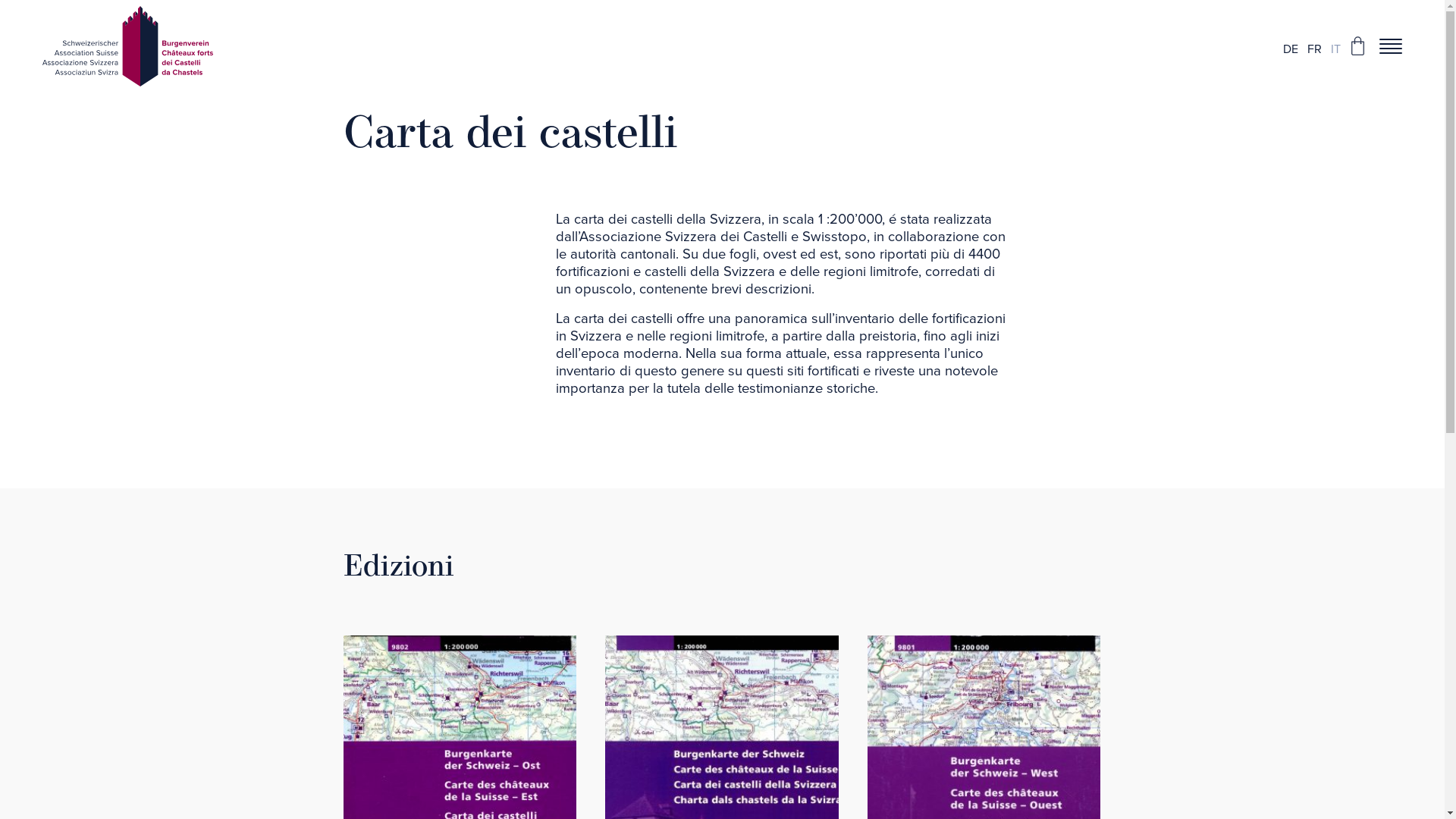 This screenshot has width=1456, height=819. Describe the element at coordinates (1313, 45) in the screenshot. I see `'FR'` at that location.